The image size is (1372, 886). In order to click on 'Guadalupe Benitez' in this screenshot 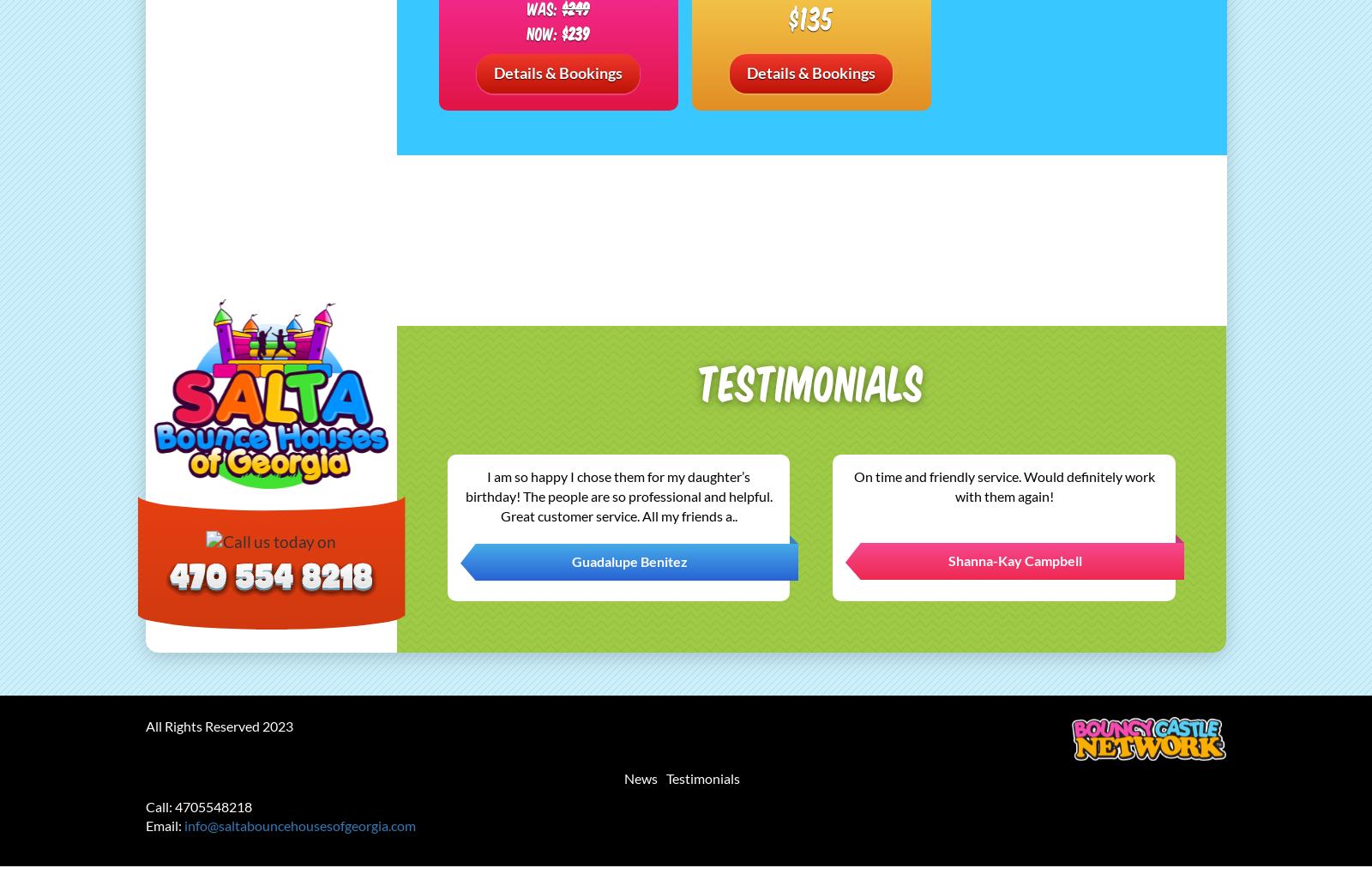, I will do `click(571, 559)`.